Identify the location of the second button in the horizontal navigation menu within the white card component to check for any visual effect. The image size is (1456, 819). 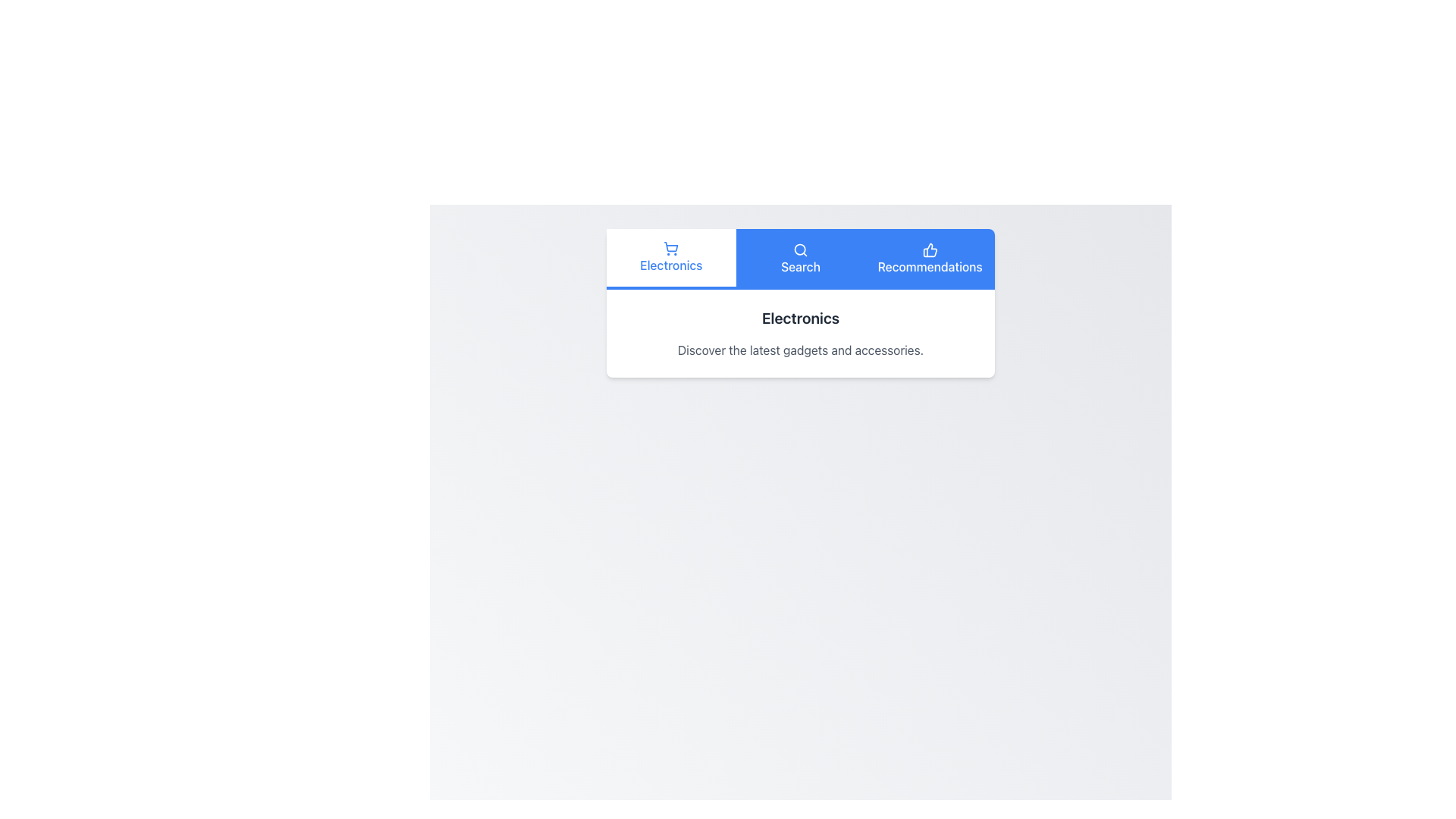
(800, 259).